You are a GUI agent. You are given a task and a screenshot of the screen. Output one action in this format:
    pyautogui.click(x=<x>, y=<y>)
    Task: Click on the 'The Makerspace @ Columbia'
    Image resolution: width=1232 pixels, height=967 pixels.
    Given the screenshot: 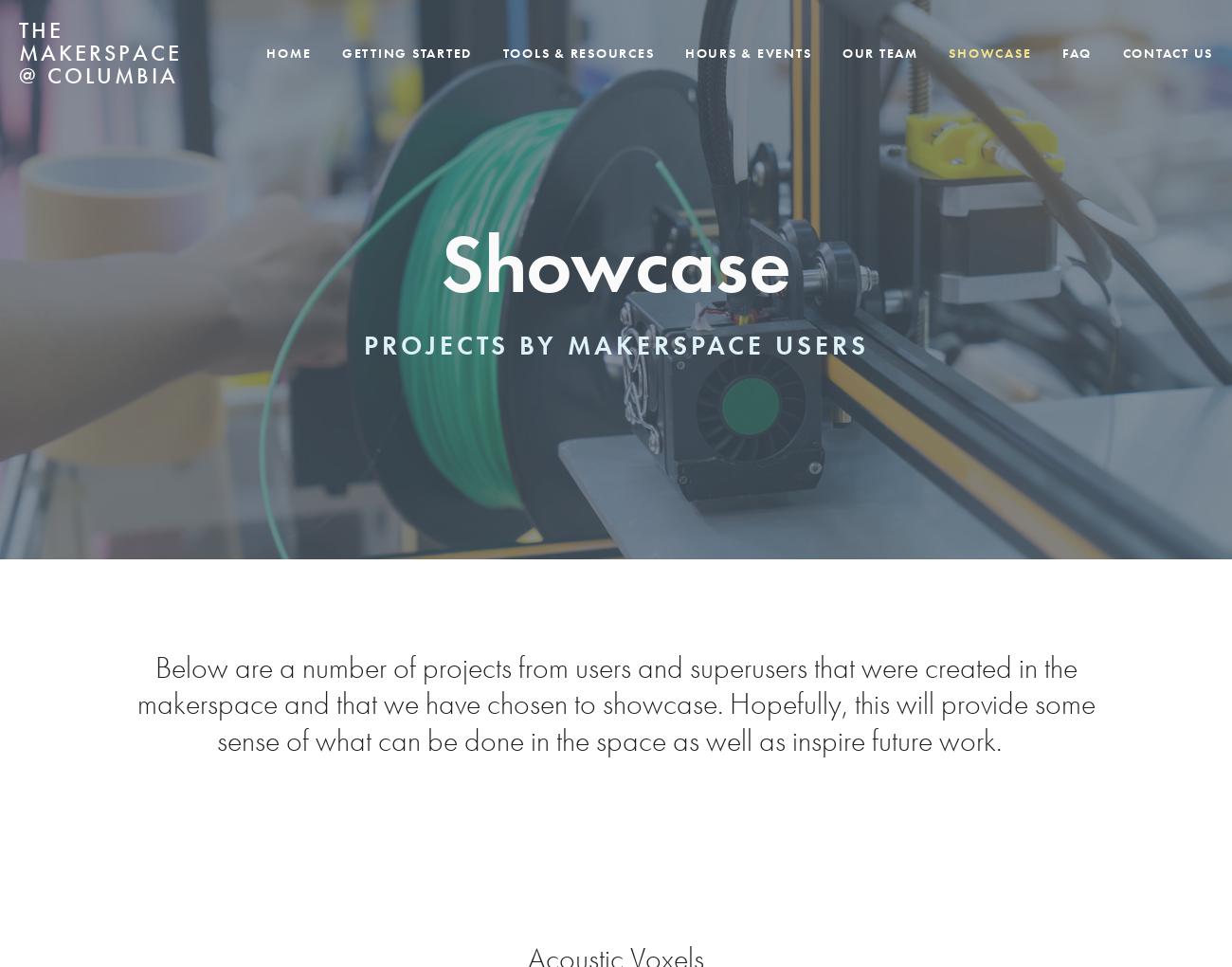 What is the action you would take?
    pyautogui.click(x=100, y=52)
    